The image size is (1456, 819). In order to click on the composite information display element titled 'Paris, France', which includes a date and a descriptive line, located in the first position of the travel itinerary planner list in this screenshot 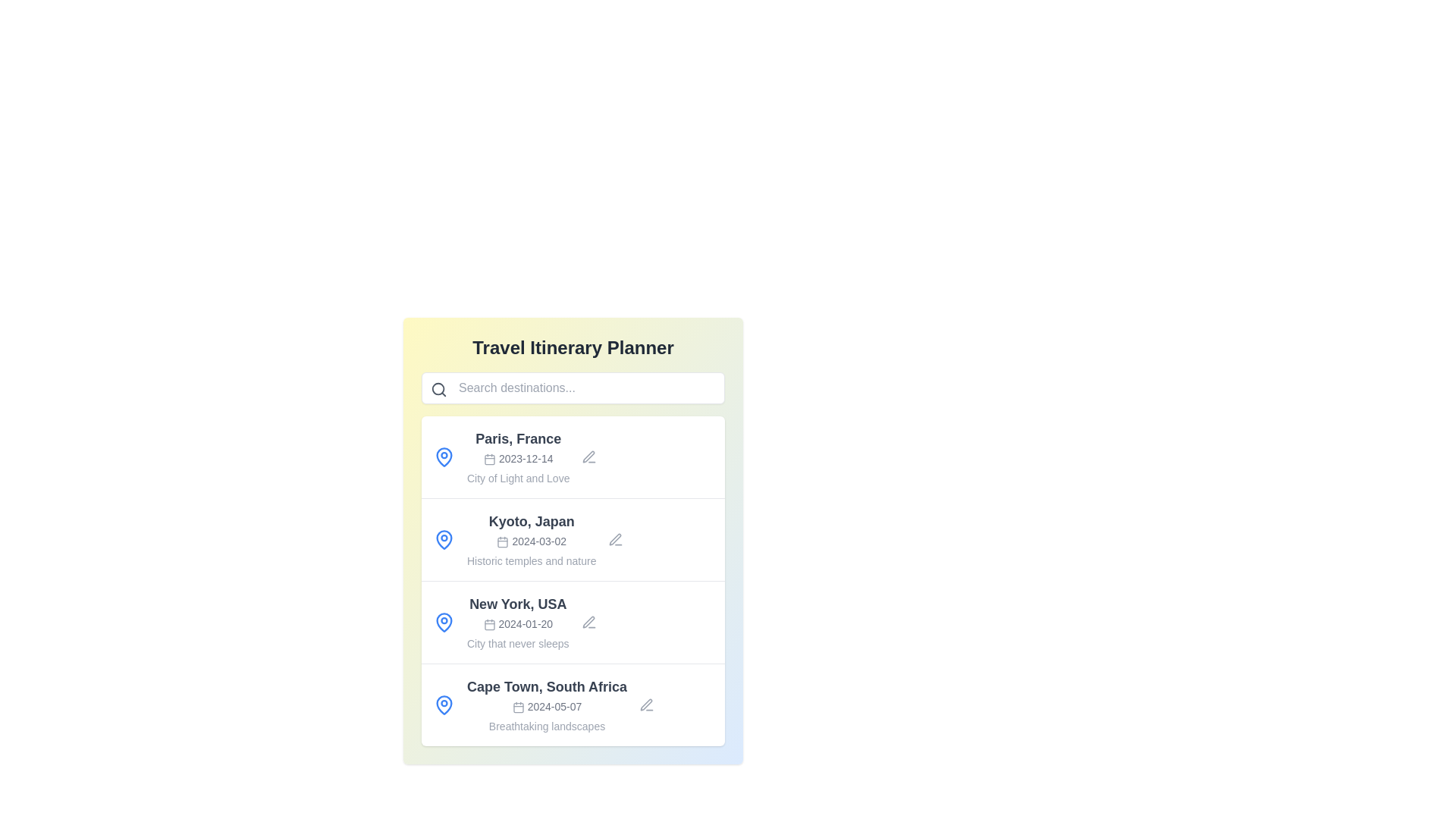, I will do `click(518, 456)`.